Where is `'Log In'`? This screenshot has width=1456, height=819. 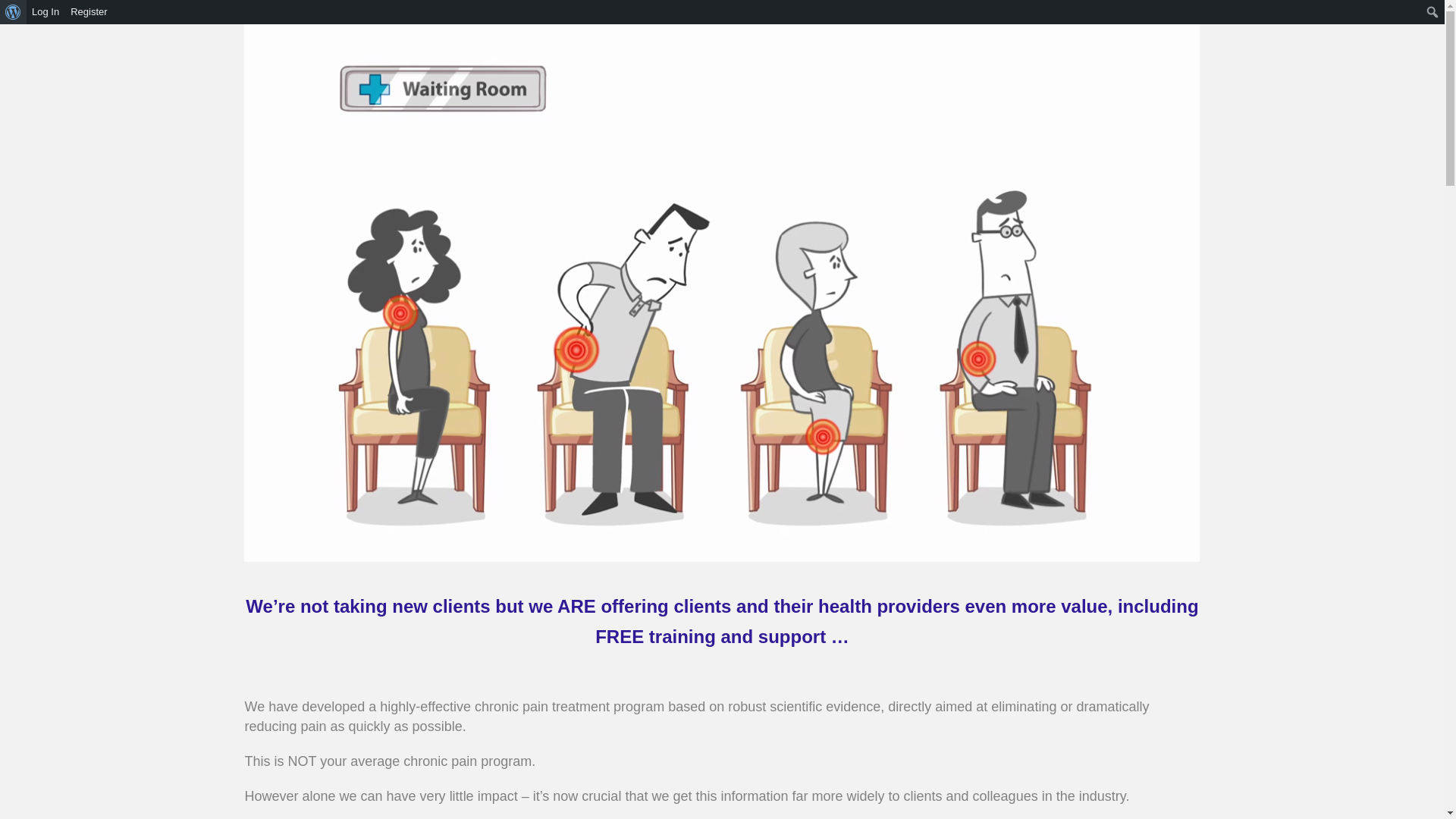
'Log In' is located at coordinates (26, 11).